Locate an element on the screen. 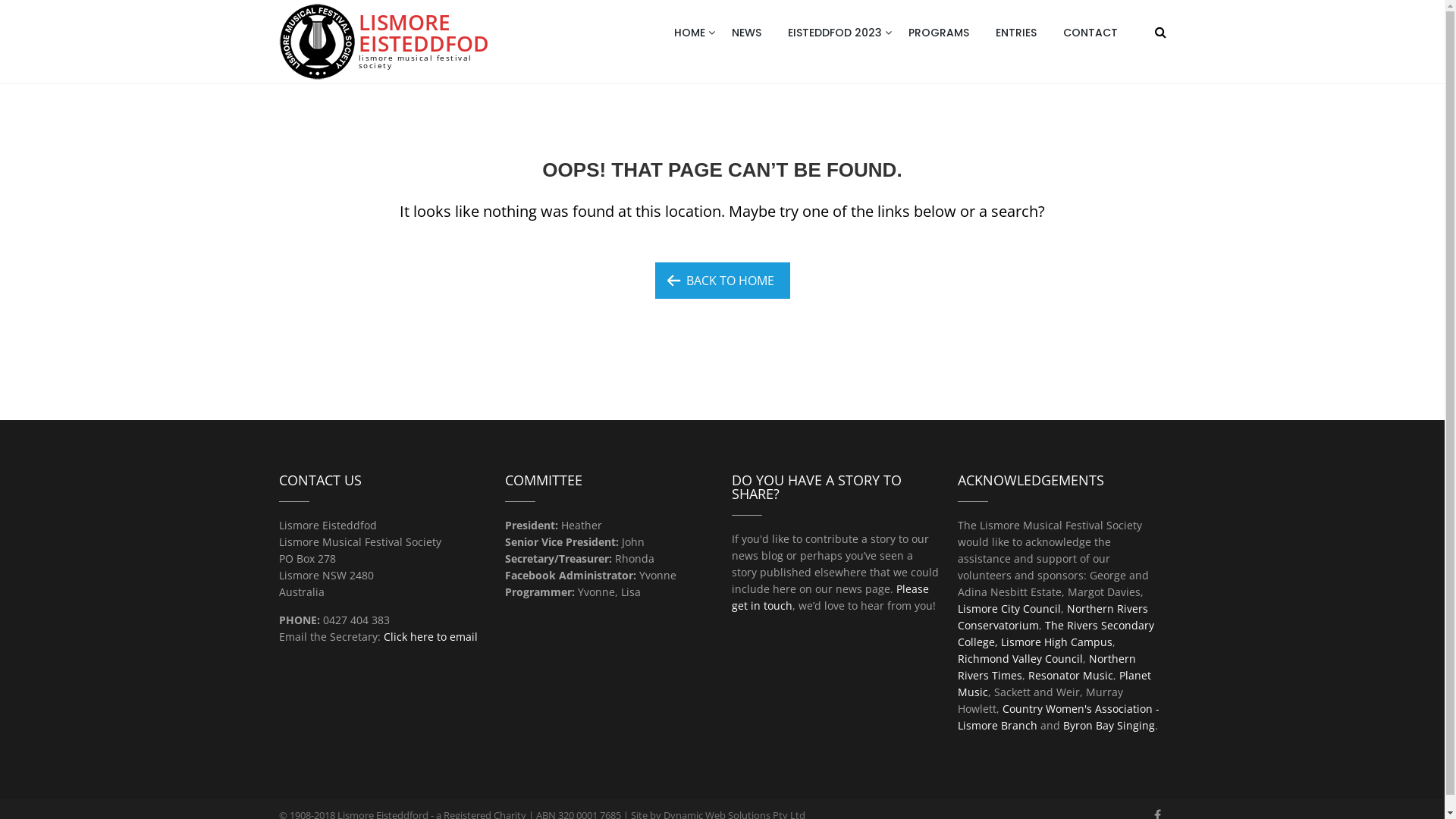 This screenshot has height=819, width=1456. 'HOME' is located at coordinates (697, 32).